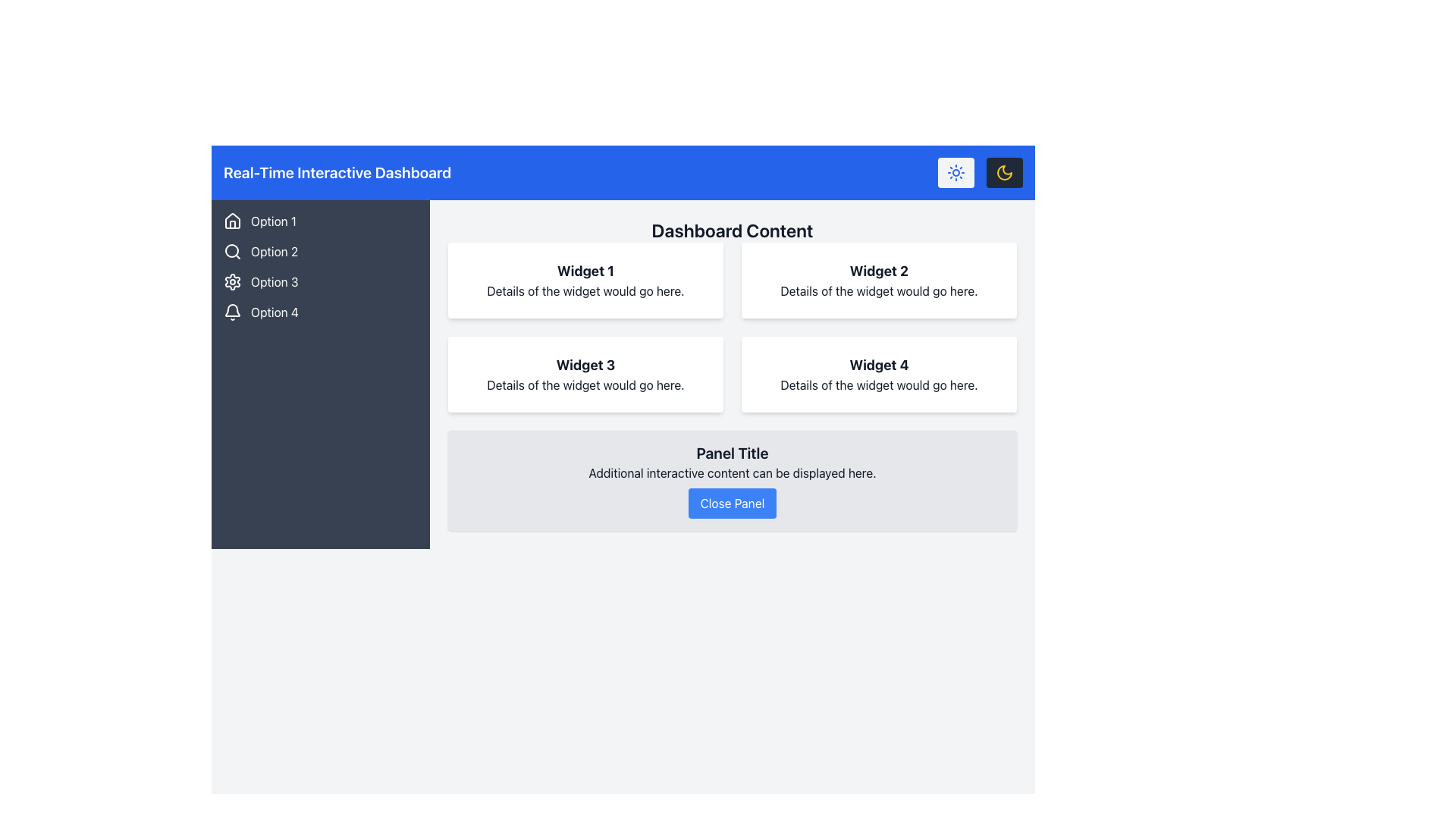 The width and height of the screenshot is (1456, 819). I want to click on the static text label that denotes the third option in the sidebar's menu, positioned between 'Option 2' and 'Option 4', so click(275, 281).